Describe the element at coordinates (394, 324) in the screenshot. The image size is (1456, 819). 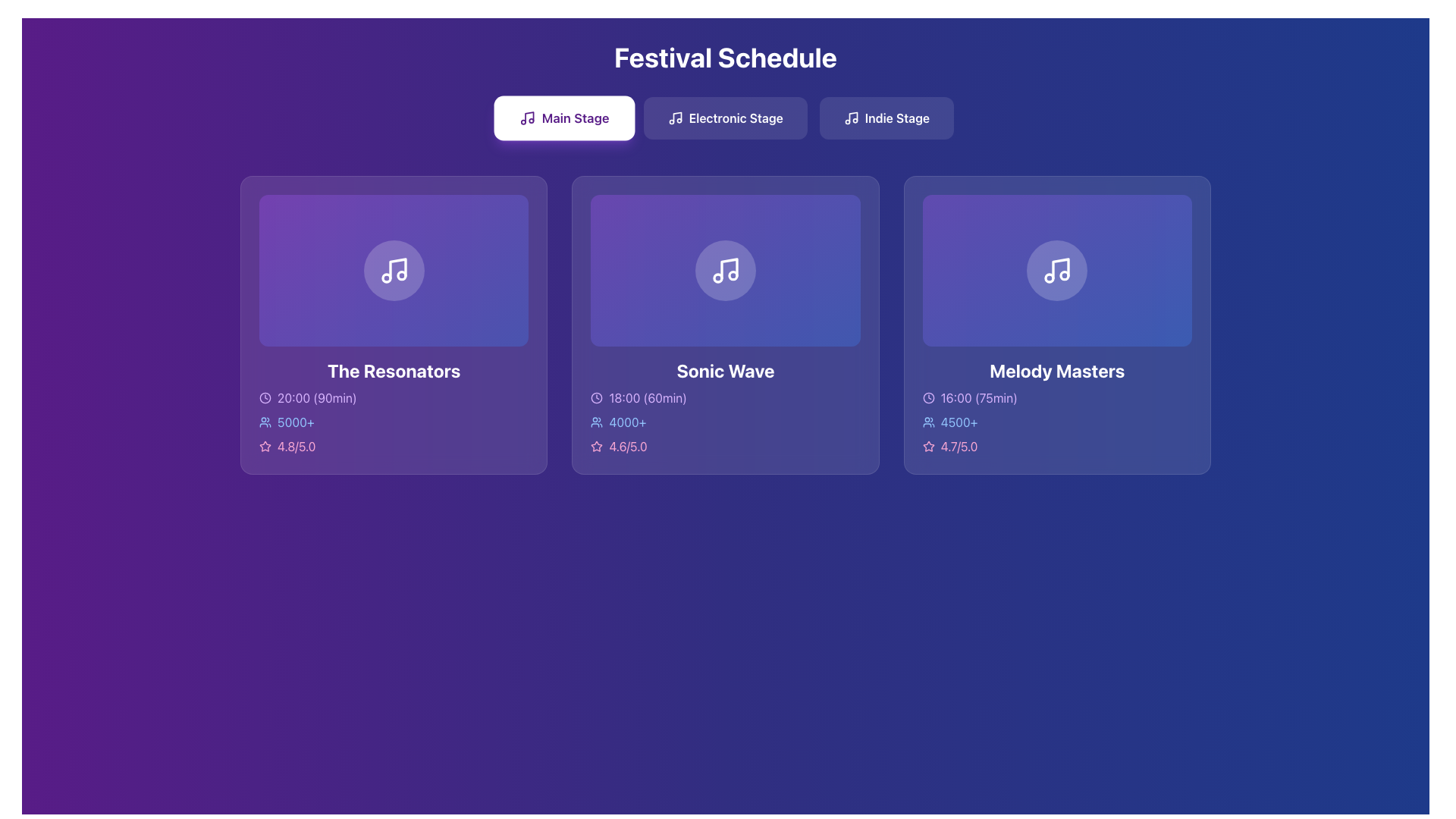
I see `the leftmost card in the grid layout, titled 'The Resonators'` at that location.